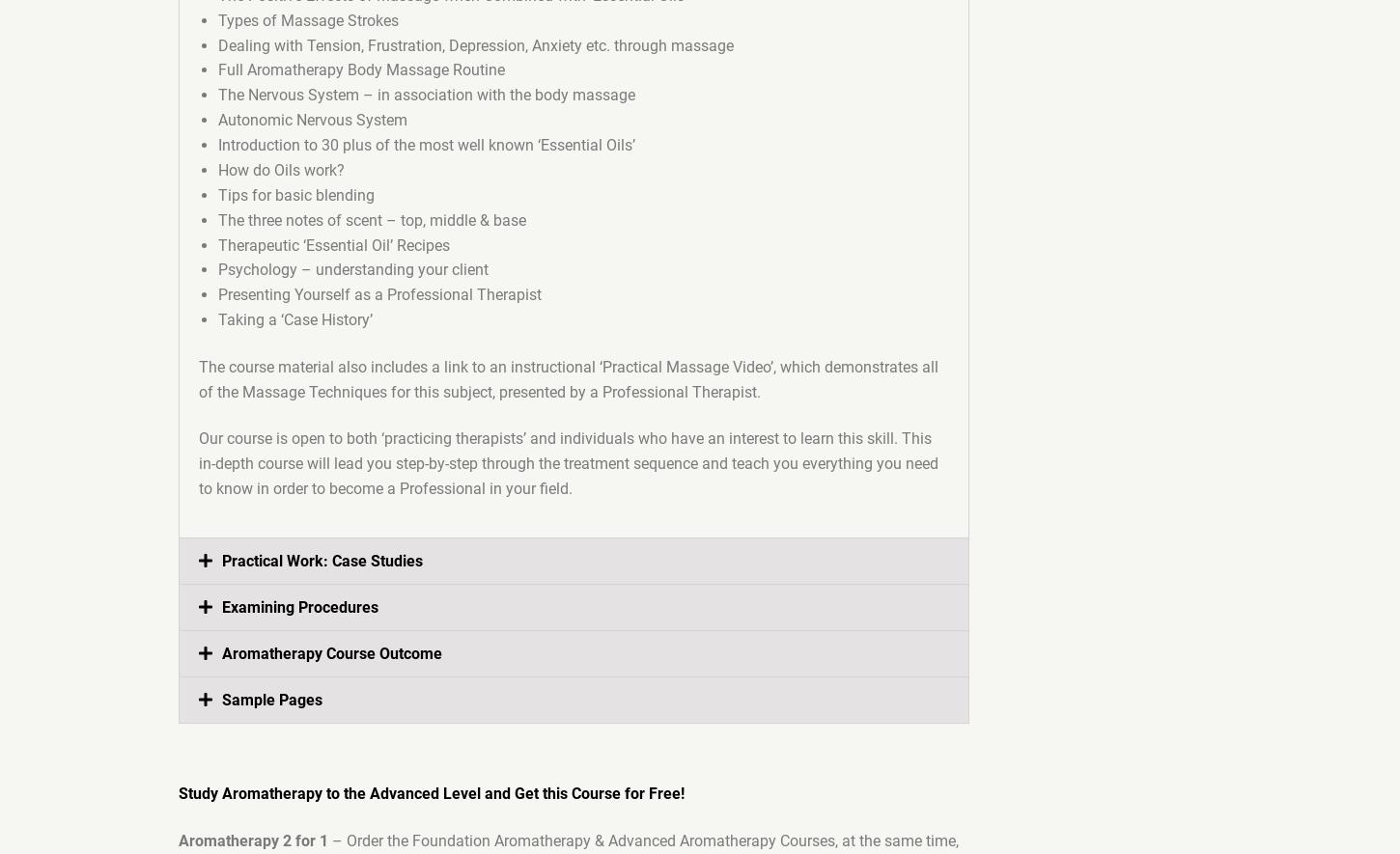 This screenshot has width=1400, height=854. Describe the element at coordinates (425, 144) in the screenshot. I see `'Introduction to 30 plus of the most well known ‘Essential Oils’'` at that location.